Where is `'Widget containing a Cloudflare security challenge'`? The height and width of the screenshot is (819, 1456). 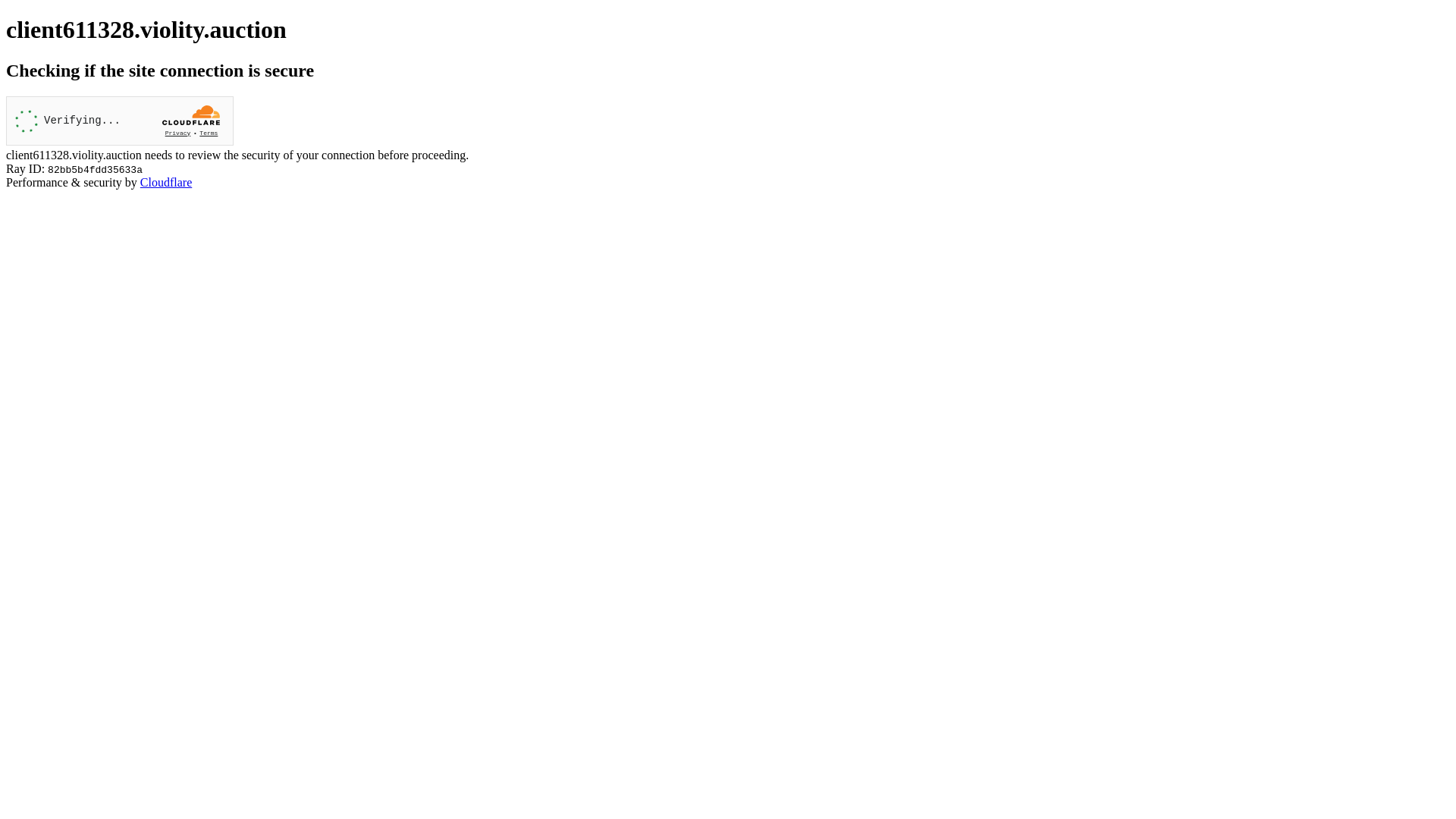
'Widget containing a Cloudflare security challenge' is located at coordinates (119, 120).